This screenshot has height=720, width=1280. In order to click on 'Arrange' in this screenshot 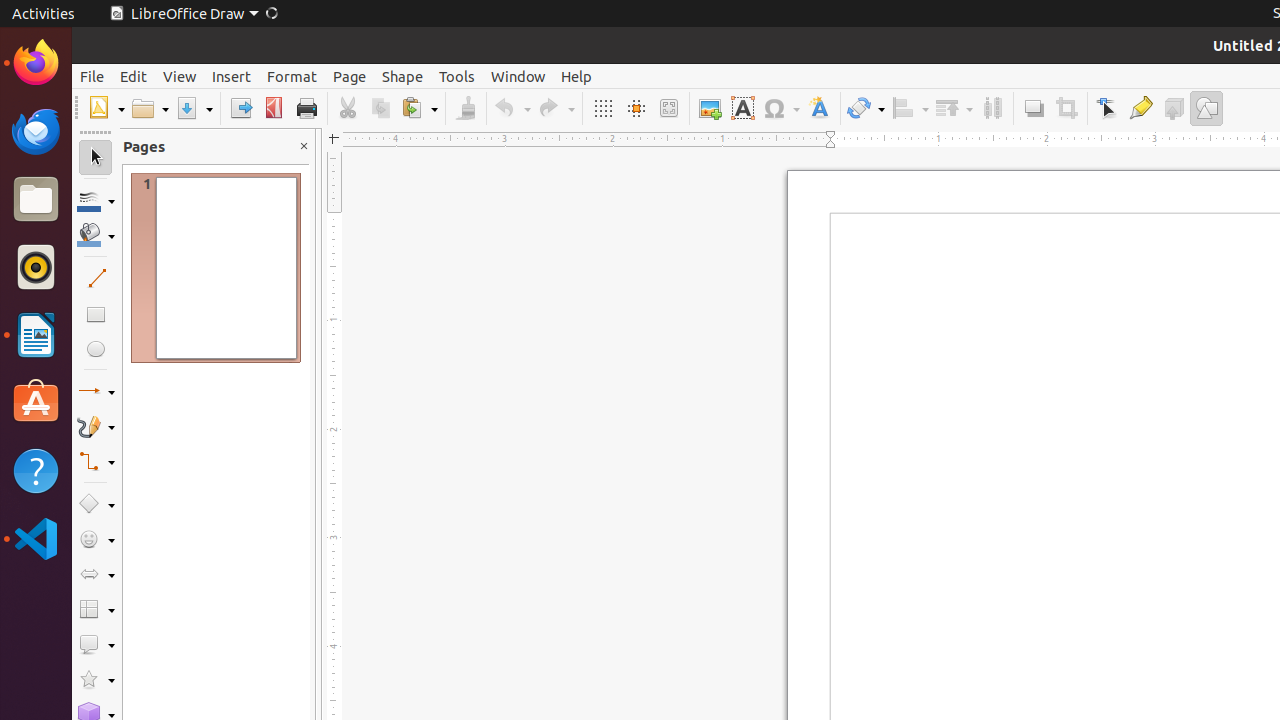, I will do `click(952, 108)`.